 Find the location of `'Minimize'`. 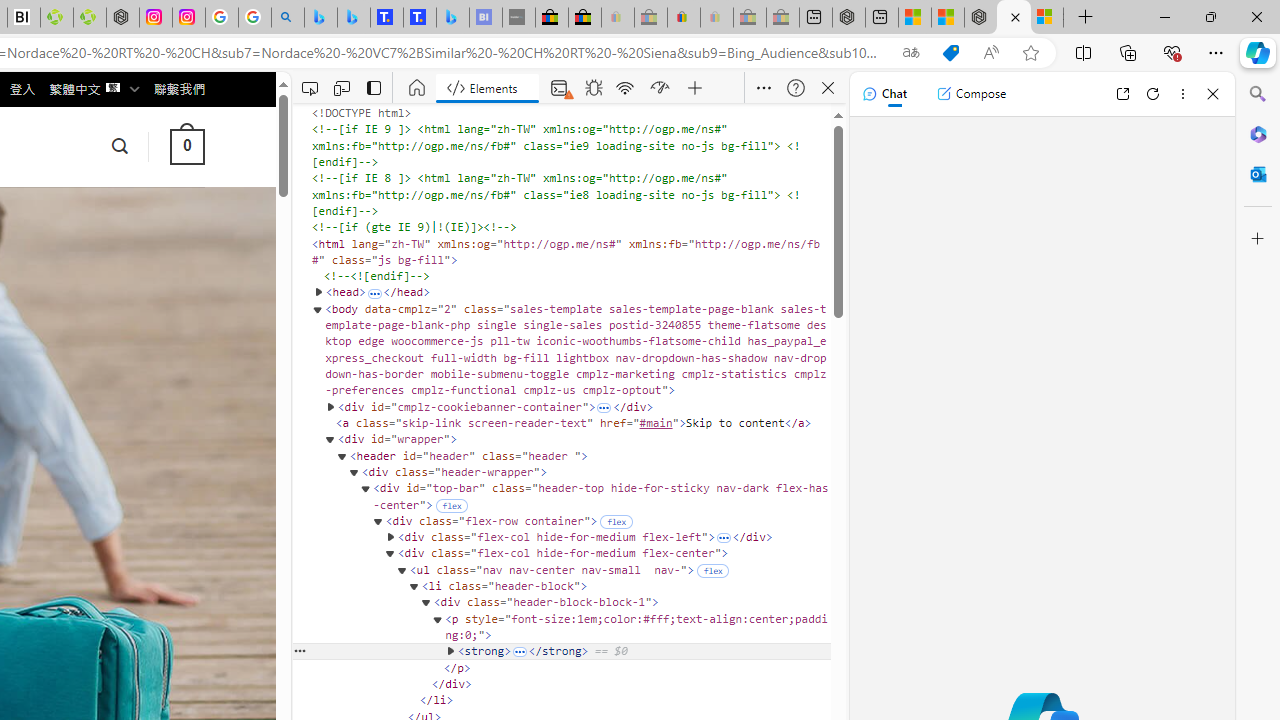

'Minimize' is located at coordinates (1164, 16).